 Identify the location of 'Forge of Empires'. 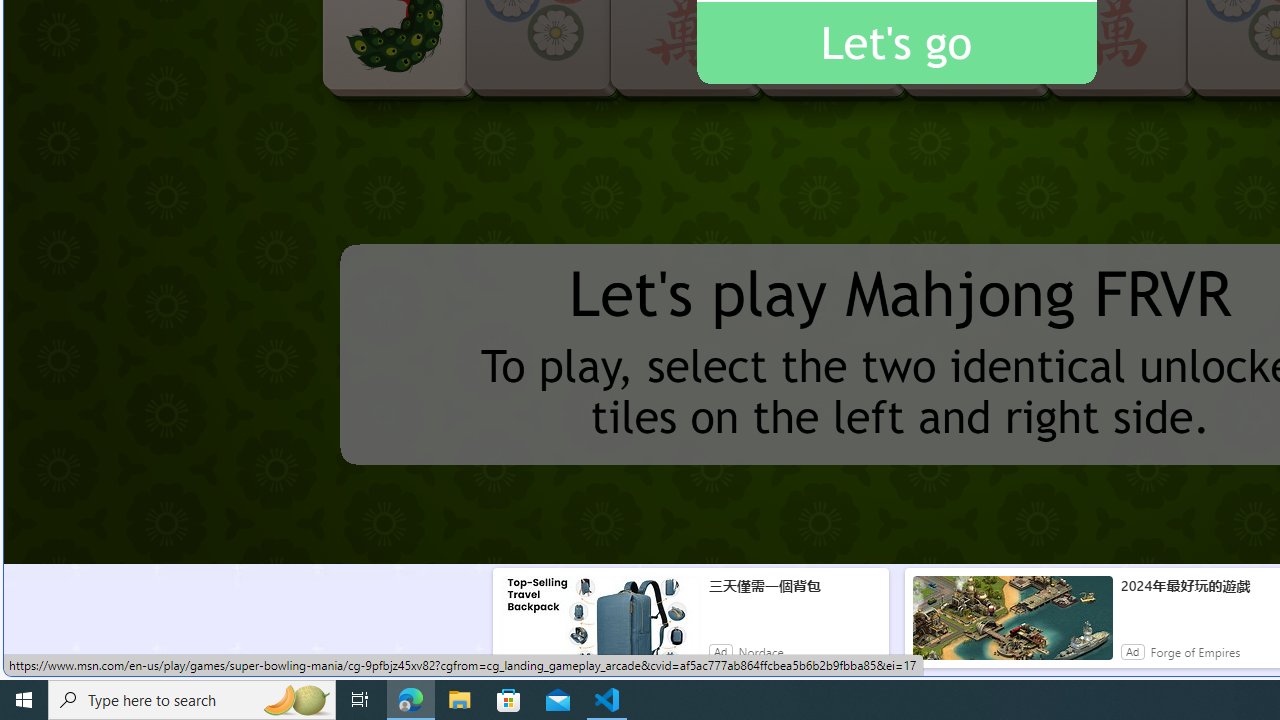
(1195, 651).